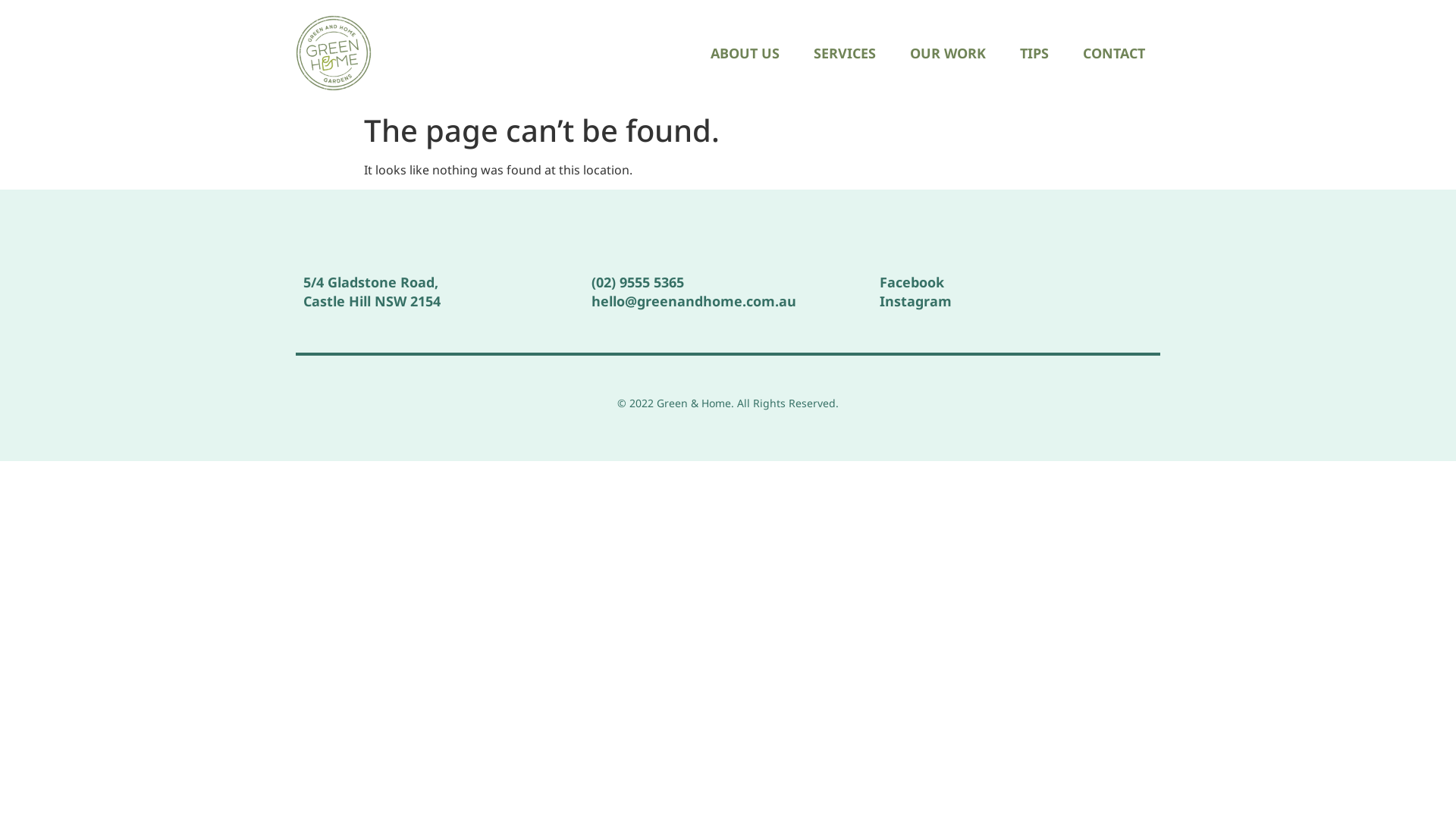 The width and height of the screenshot is (1456, 819). I want to click on 'Facebook', so click(911, 281).